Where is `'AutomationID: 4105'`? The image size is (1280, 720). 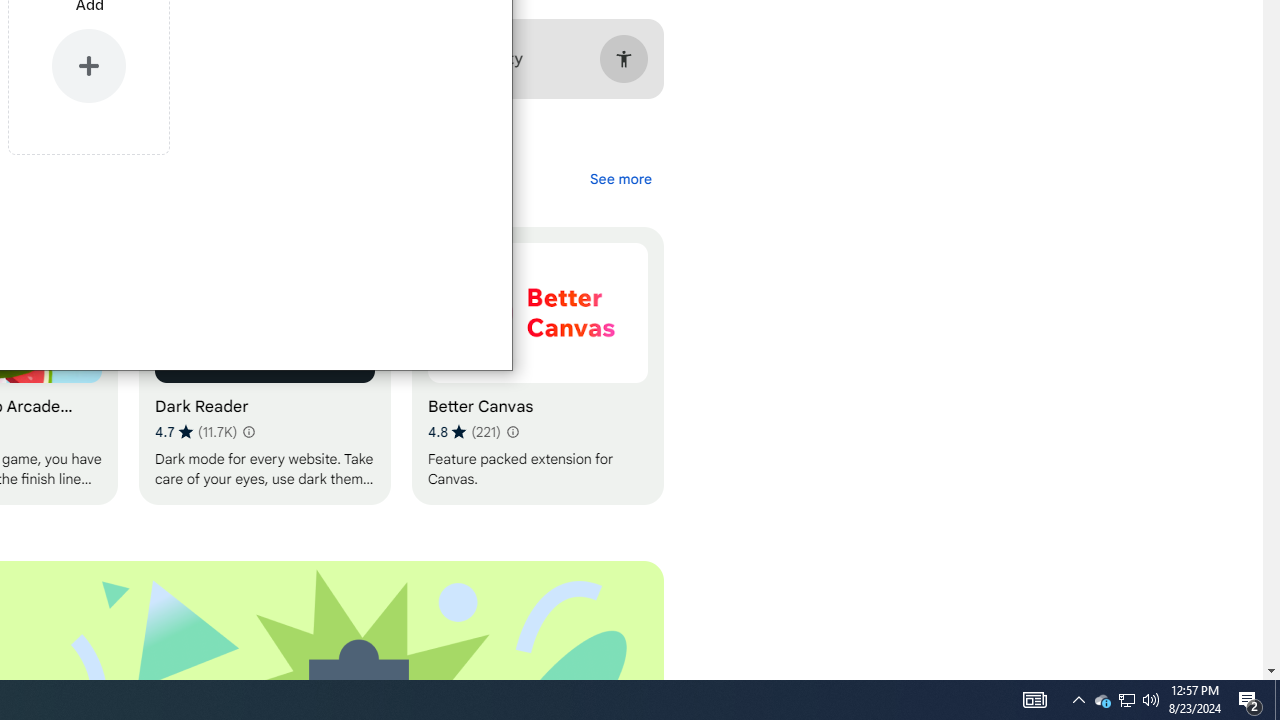
'AutomationID: 4105' is located at coordinates (1034, 698).